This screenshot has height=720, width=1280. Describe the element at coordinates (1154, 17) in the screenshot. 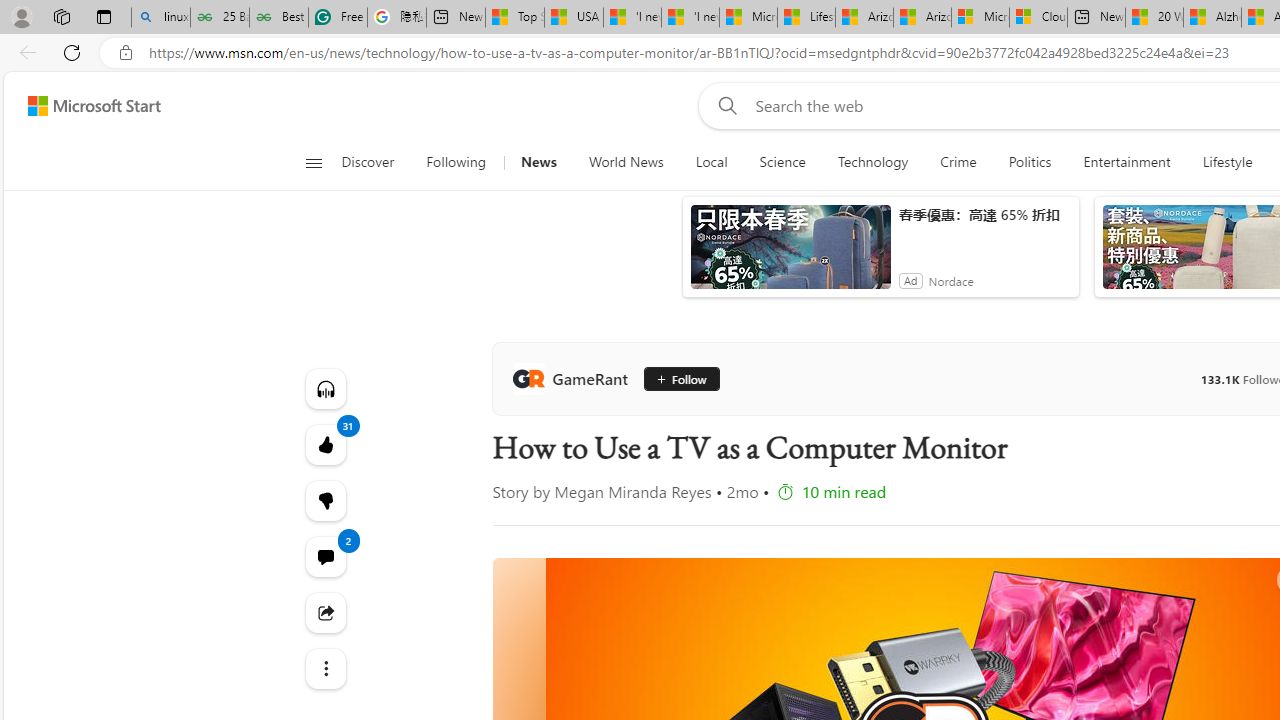

I see `'20 Ways to Boost Your Protein Intake at Every Meal'` at that location.